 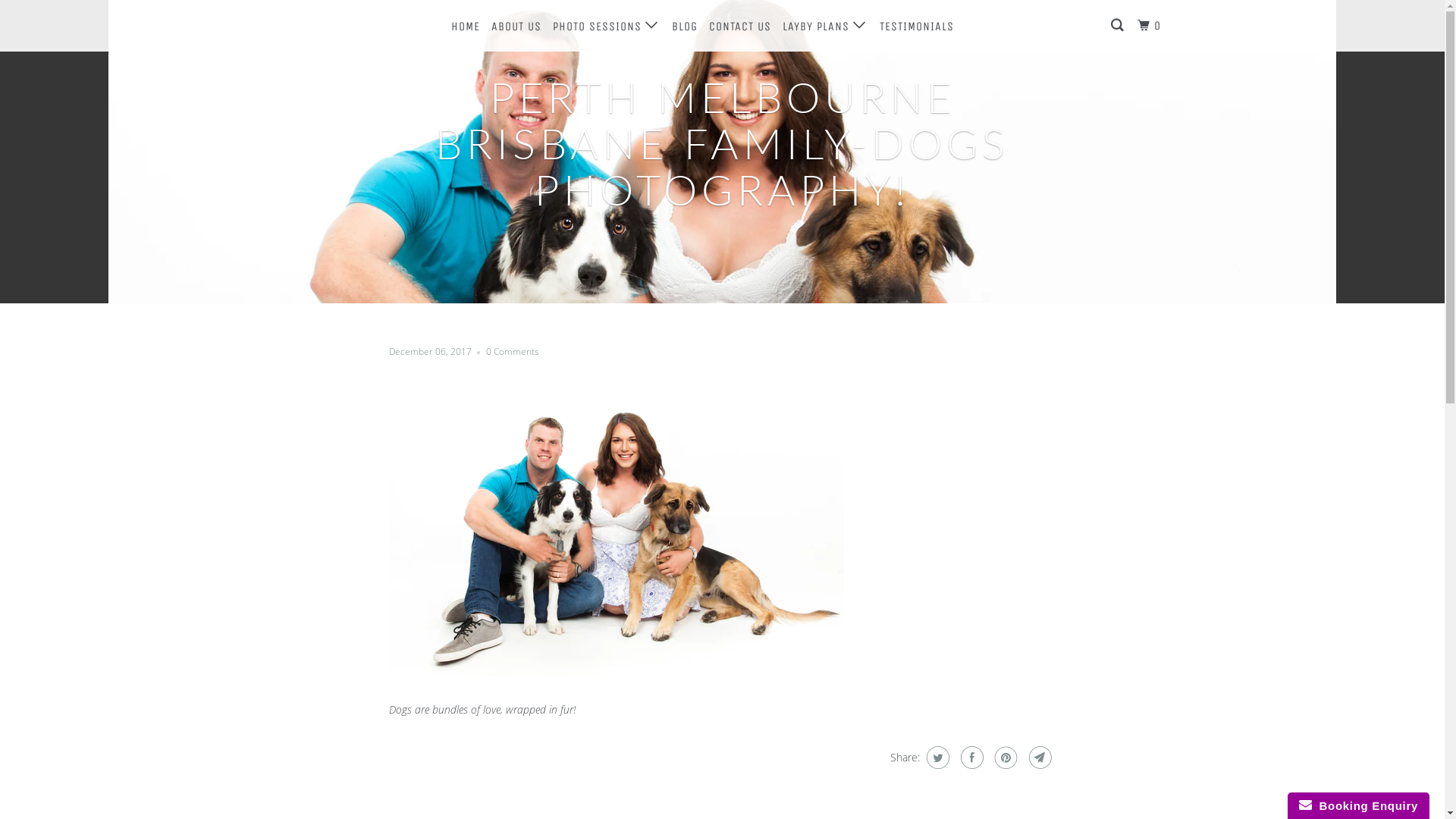 I want to click on 'HOME', so click(x=447, y=26).